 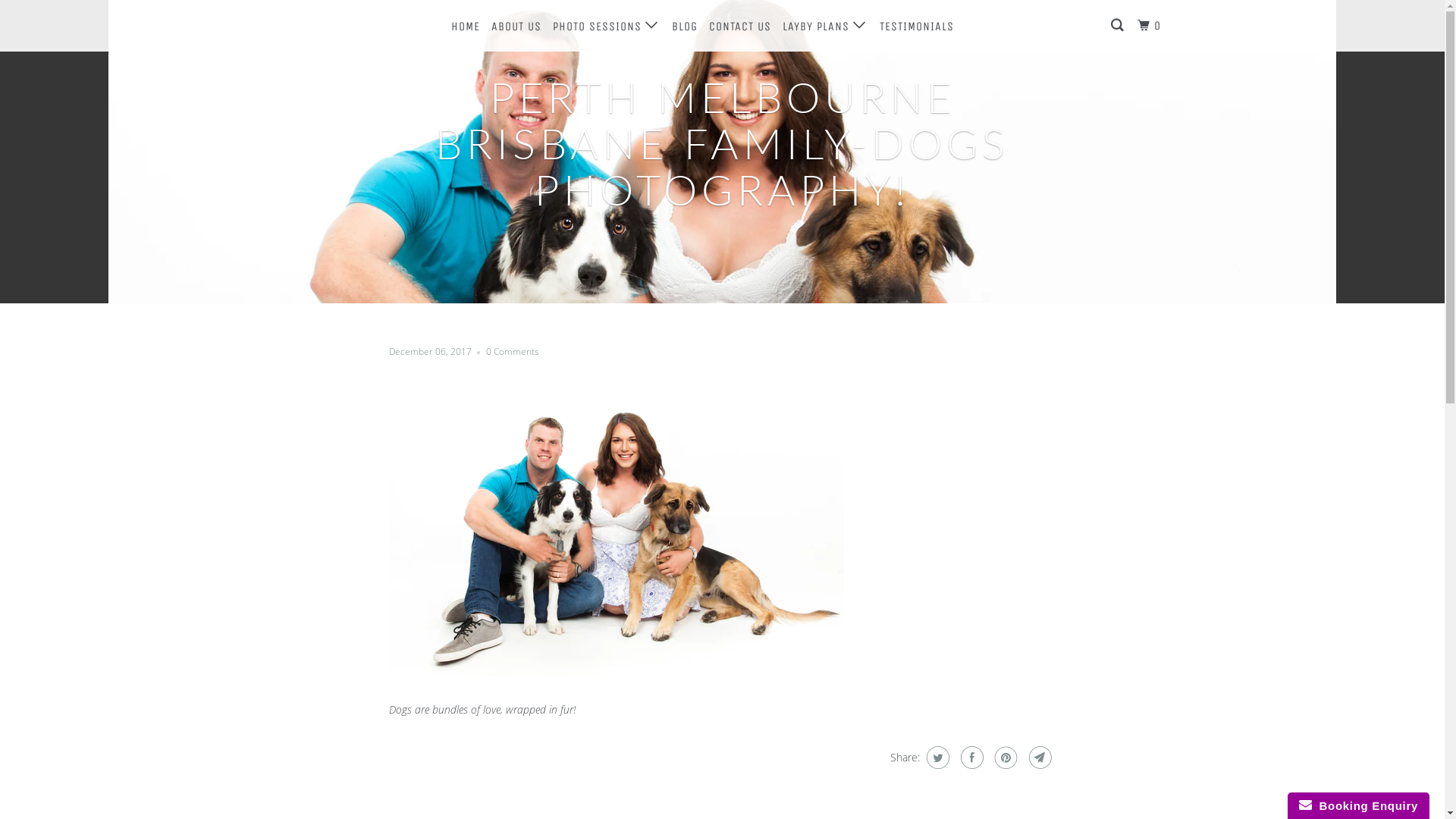 I want to click on 'HOME', so click(x=447, y=26).